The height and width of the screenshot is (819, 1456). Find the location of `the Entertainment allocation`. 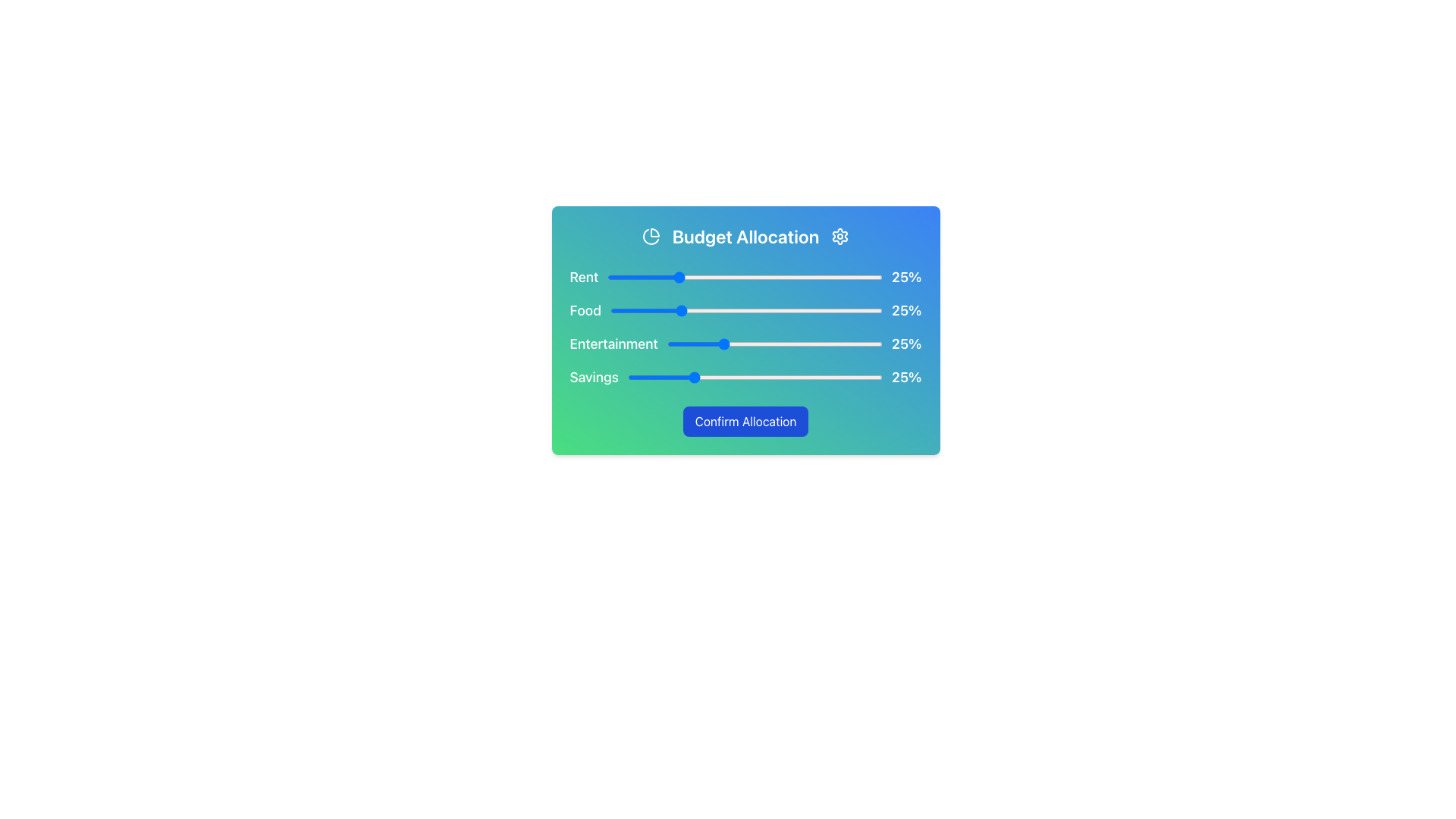

the Entertainment allocation is located at coordinates (761, 344).